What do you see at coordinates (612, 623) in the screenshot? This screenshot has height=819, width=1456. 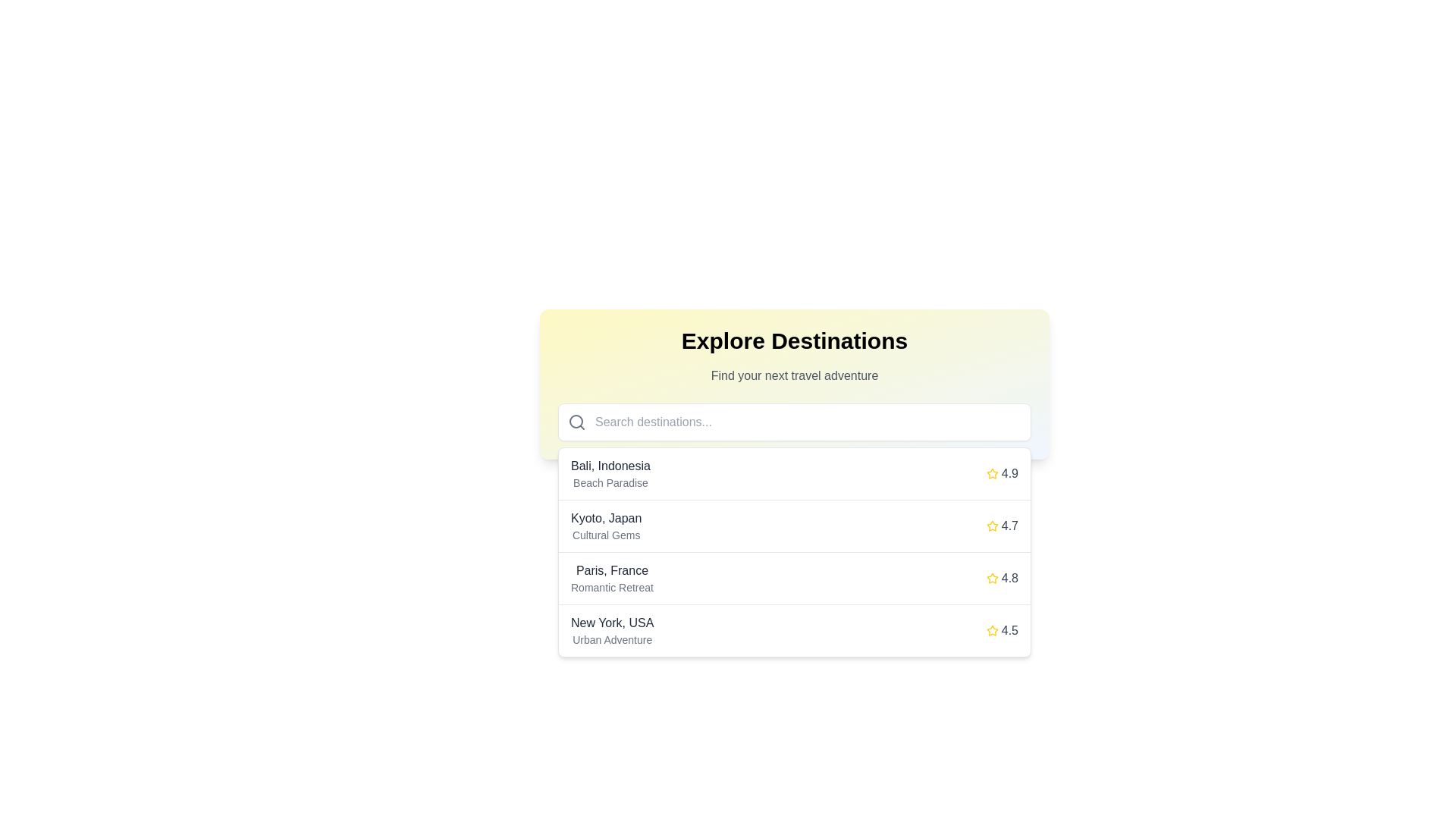 I see `the Text Label indicating the location 'New York, USA', which serves as the main title of the fourth list item in the vertically stacked list layout` at bounding box center [612, 623].